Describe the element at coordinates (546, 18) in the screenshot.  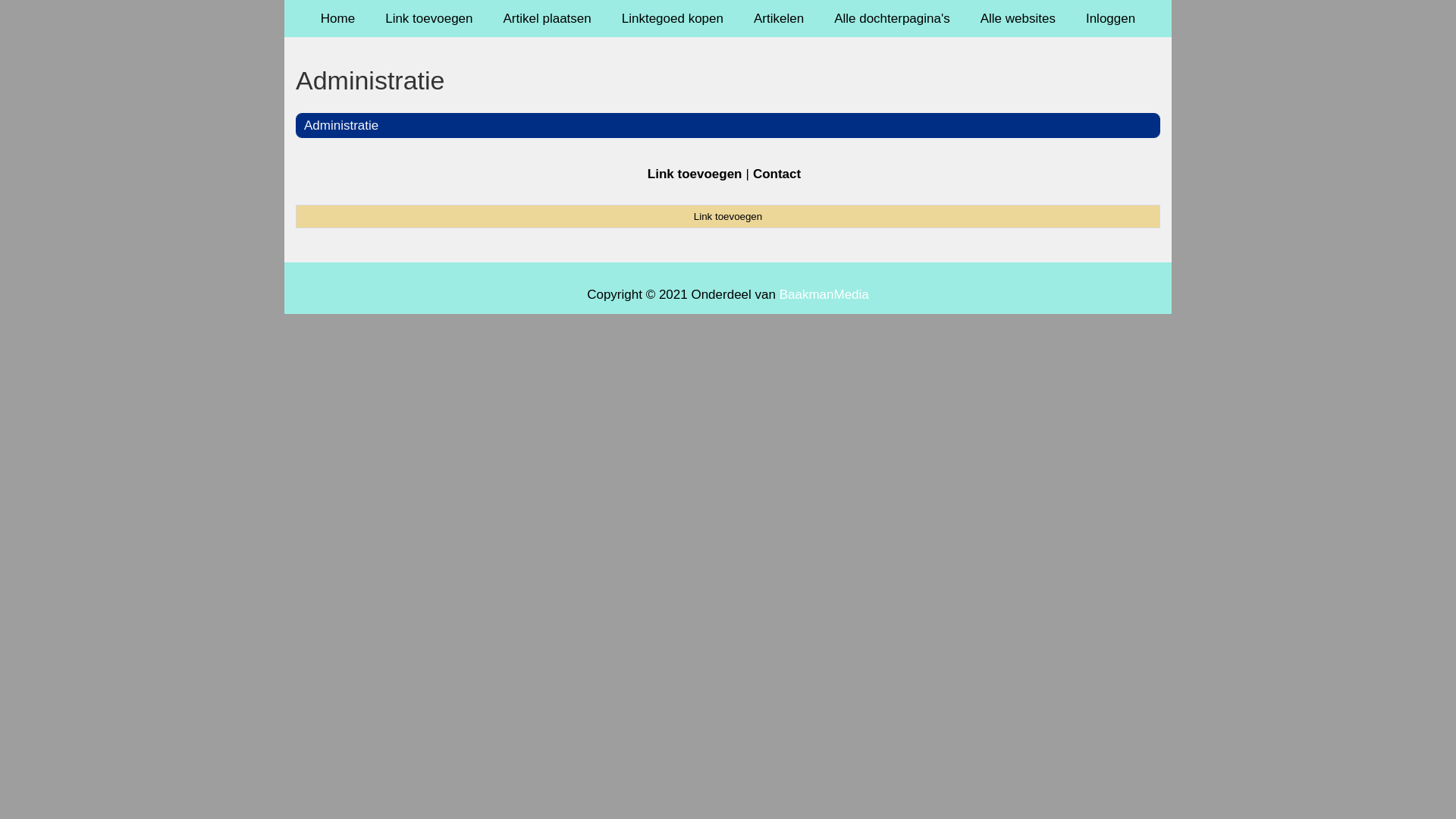
I see `'Artikel plaatsen'` at that location.